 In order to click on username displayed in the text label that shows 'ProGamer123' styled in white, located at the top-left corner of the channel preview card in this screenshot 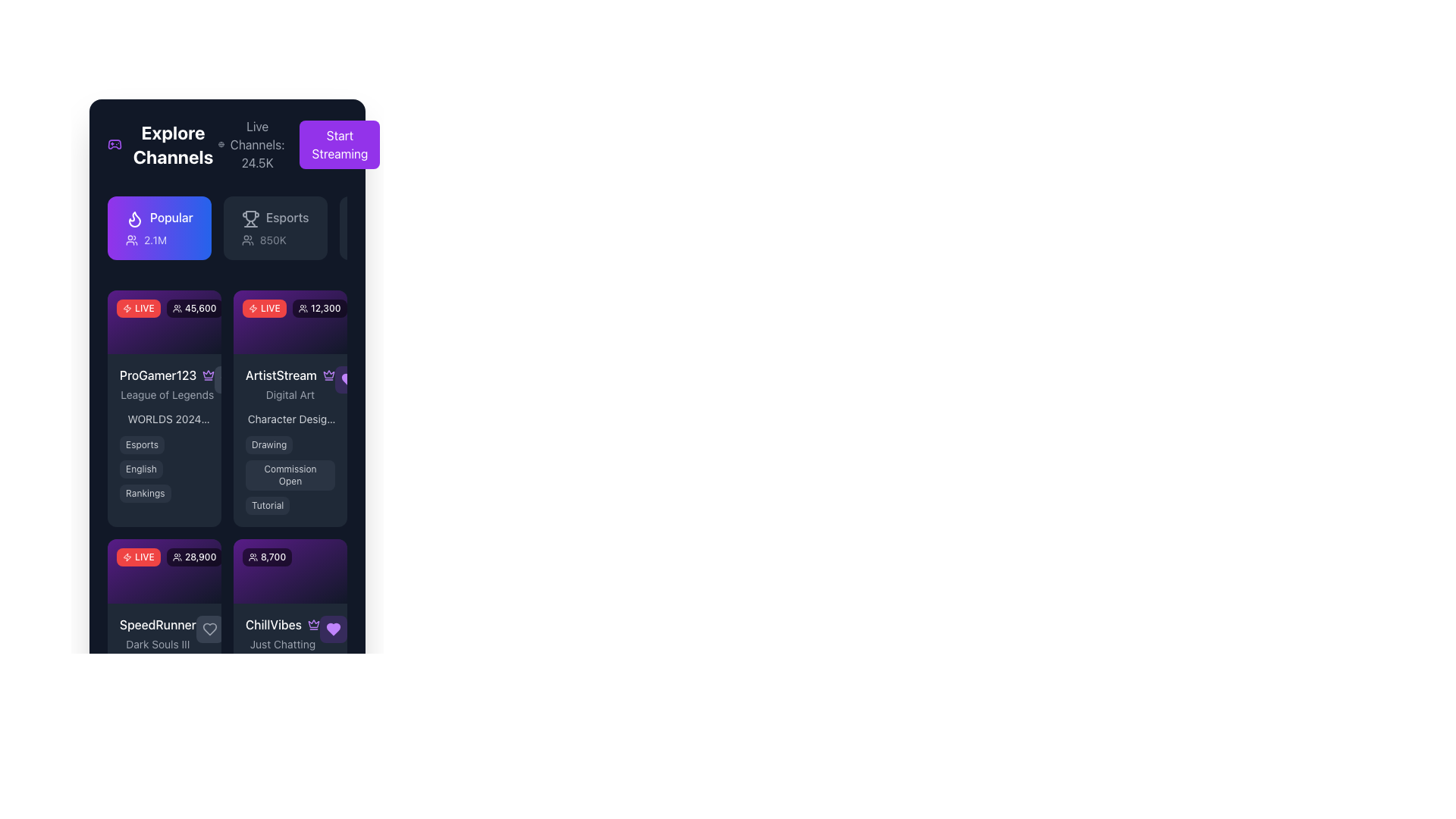, I will do `click(158, 375)`.